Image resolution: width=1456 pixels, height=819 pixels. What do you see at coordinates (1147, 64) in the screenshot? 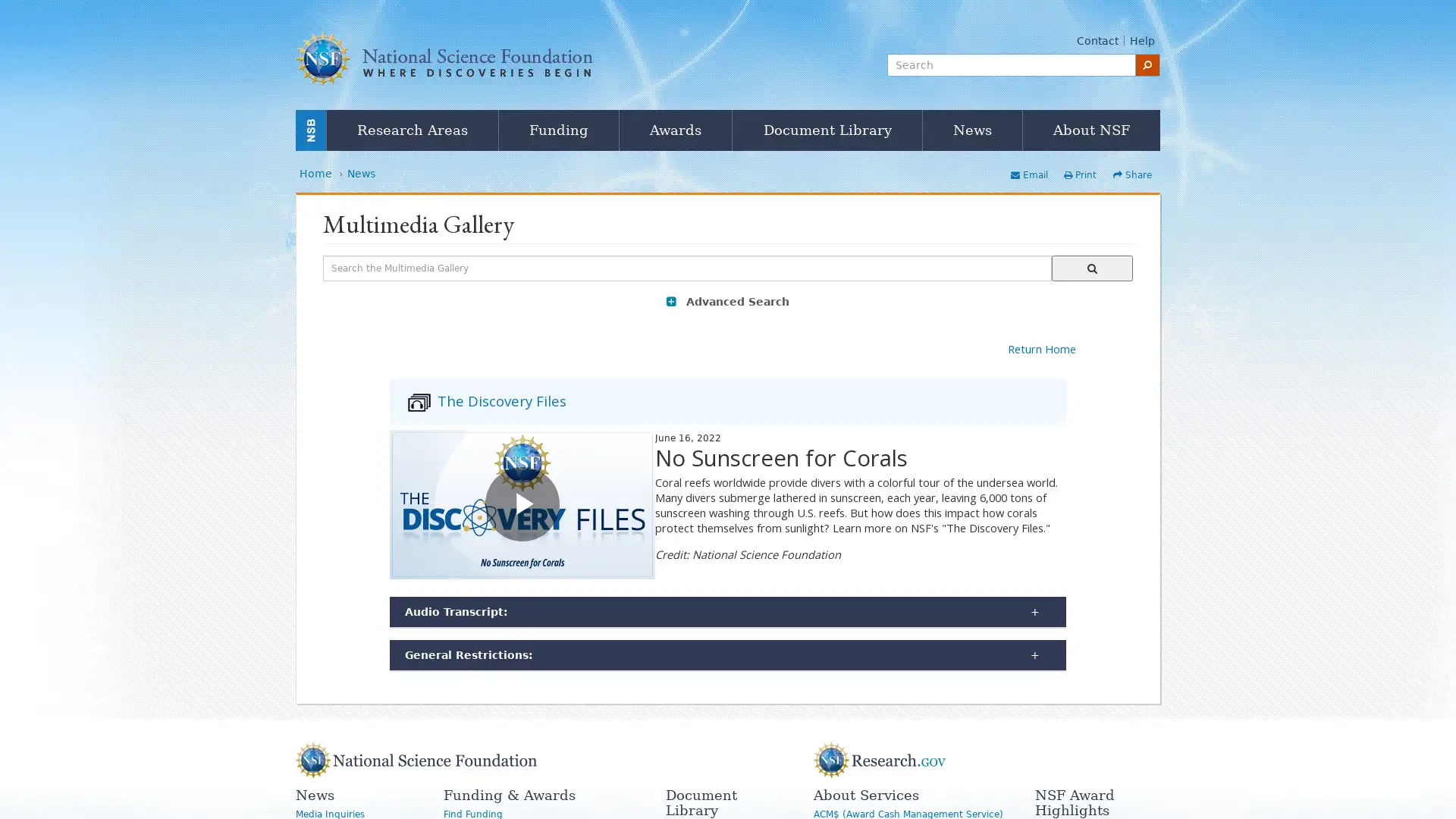
I see `search` at bounding box center [1147, 64].